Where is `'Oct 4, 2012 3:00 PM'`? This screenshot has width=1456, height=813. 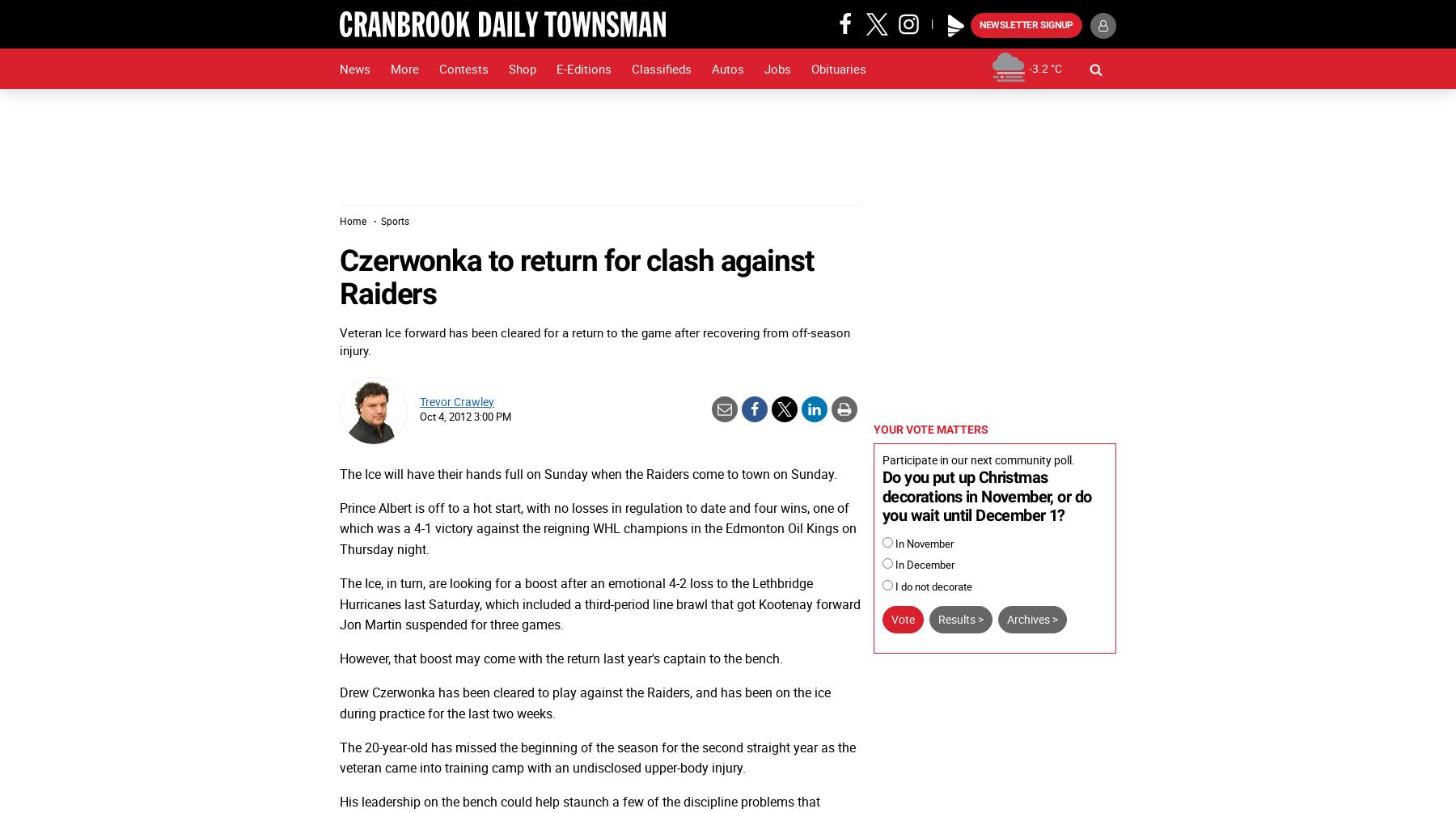 'Oct 4, 2012 3:00 PM' is located at coordinates (465, 415).